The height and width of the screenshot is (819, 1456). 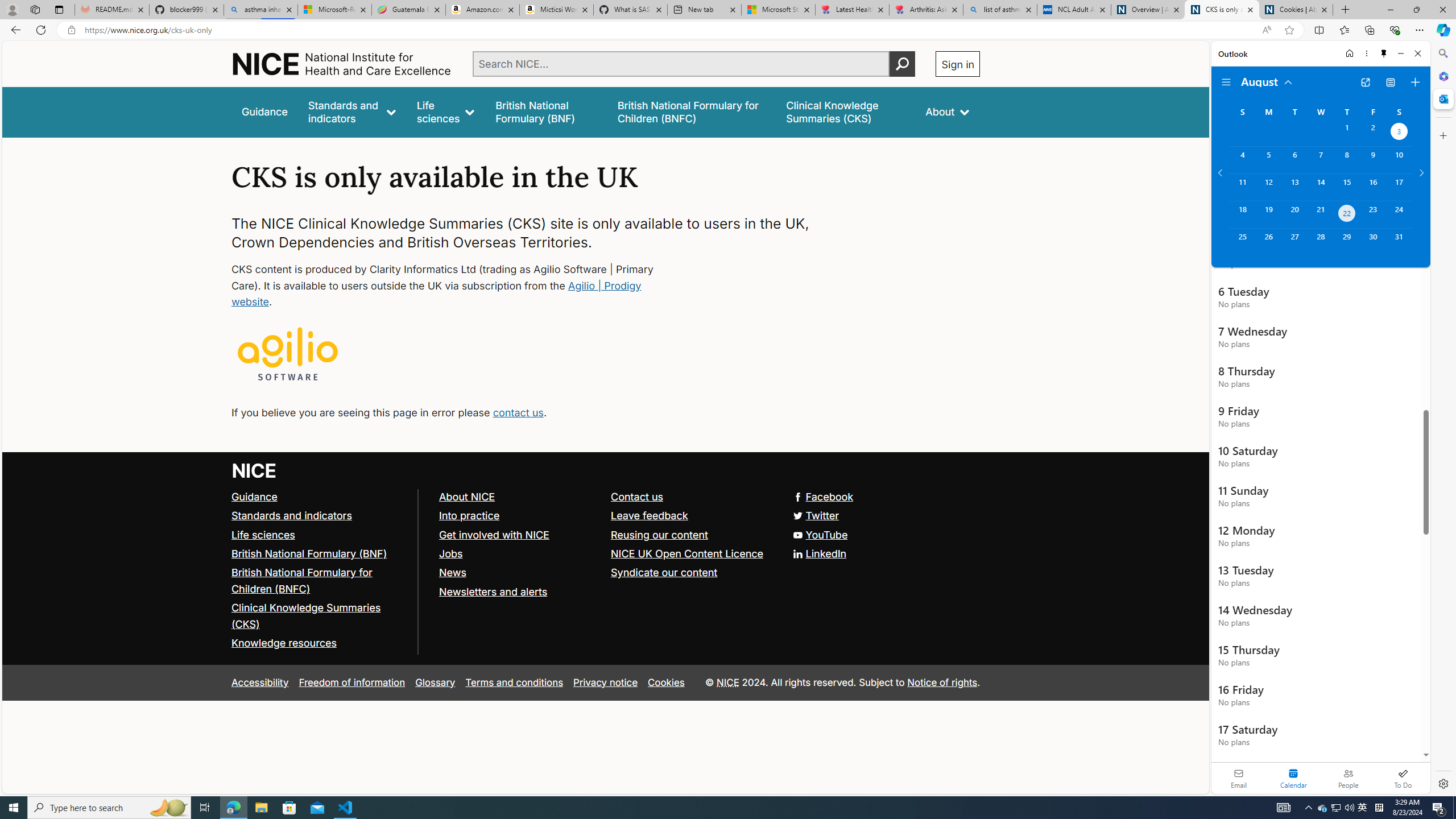 I want to click on 'Jobs', so click(x=519, y=553).